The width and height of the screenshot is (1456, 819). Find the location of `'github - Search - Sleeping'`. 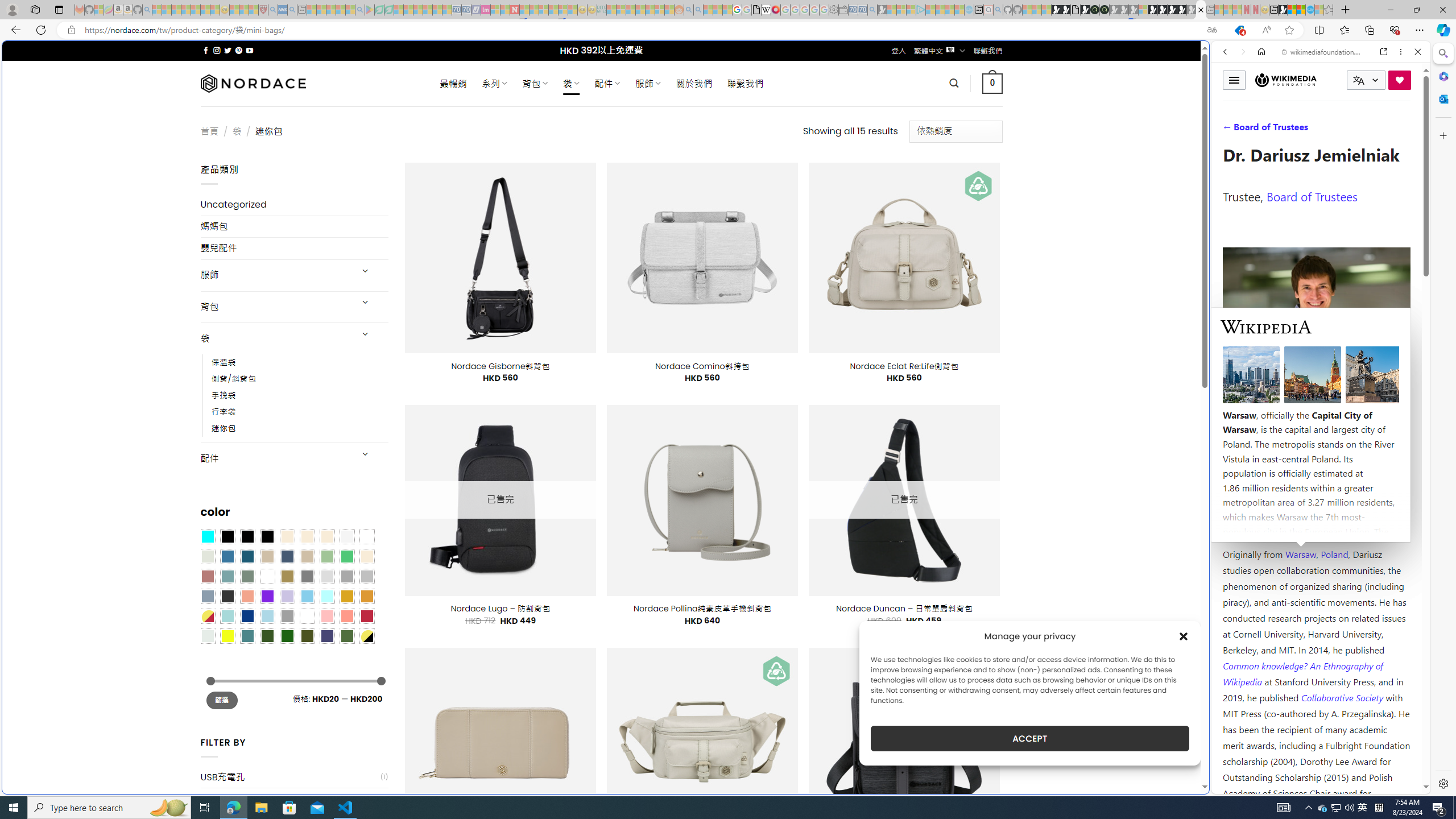

'github - Search - Sleeping' is located at coordinates (997, 9).